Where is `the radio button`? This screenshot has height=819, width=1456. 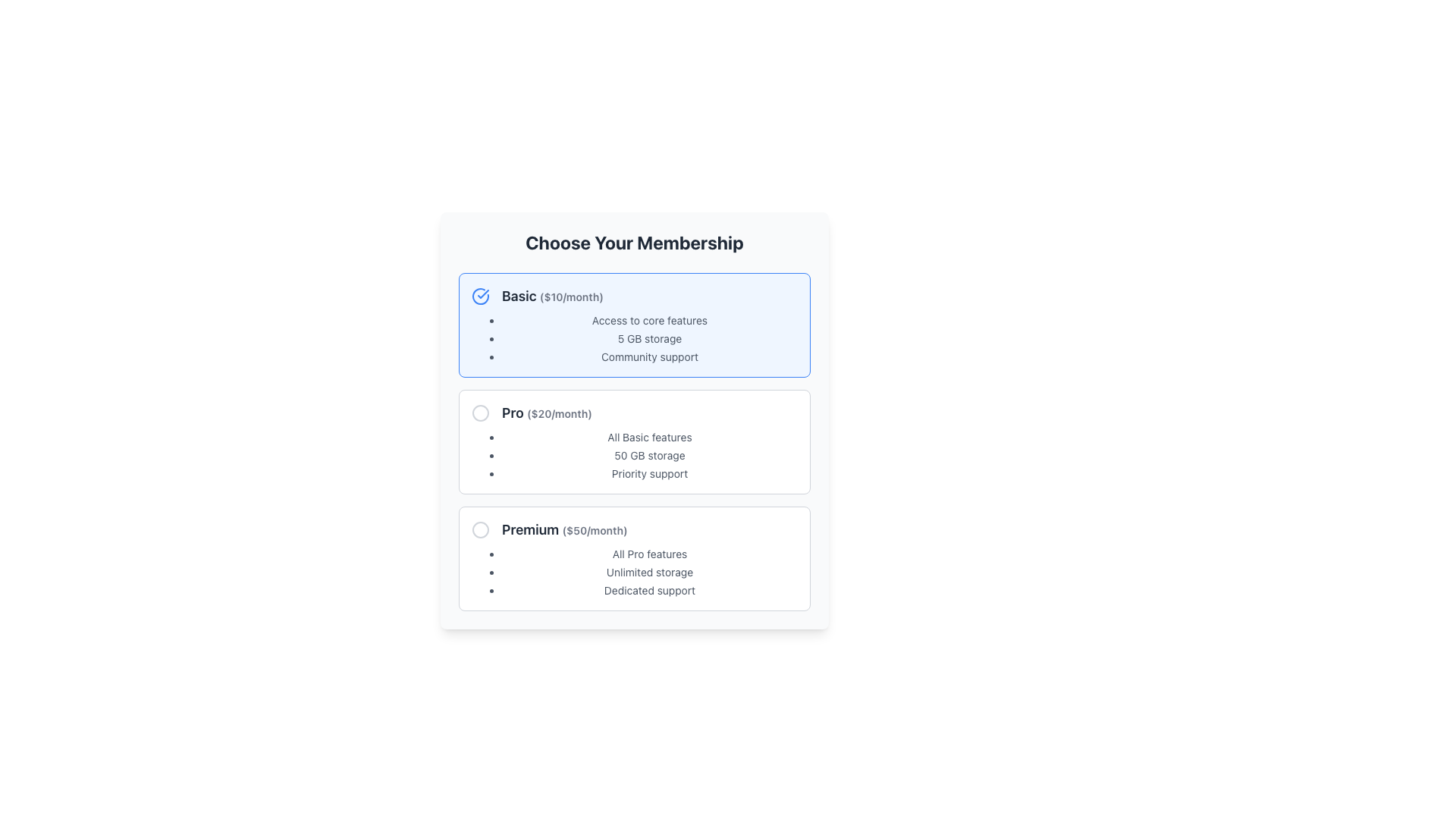
the radio button is located at coordinates (479, 529).